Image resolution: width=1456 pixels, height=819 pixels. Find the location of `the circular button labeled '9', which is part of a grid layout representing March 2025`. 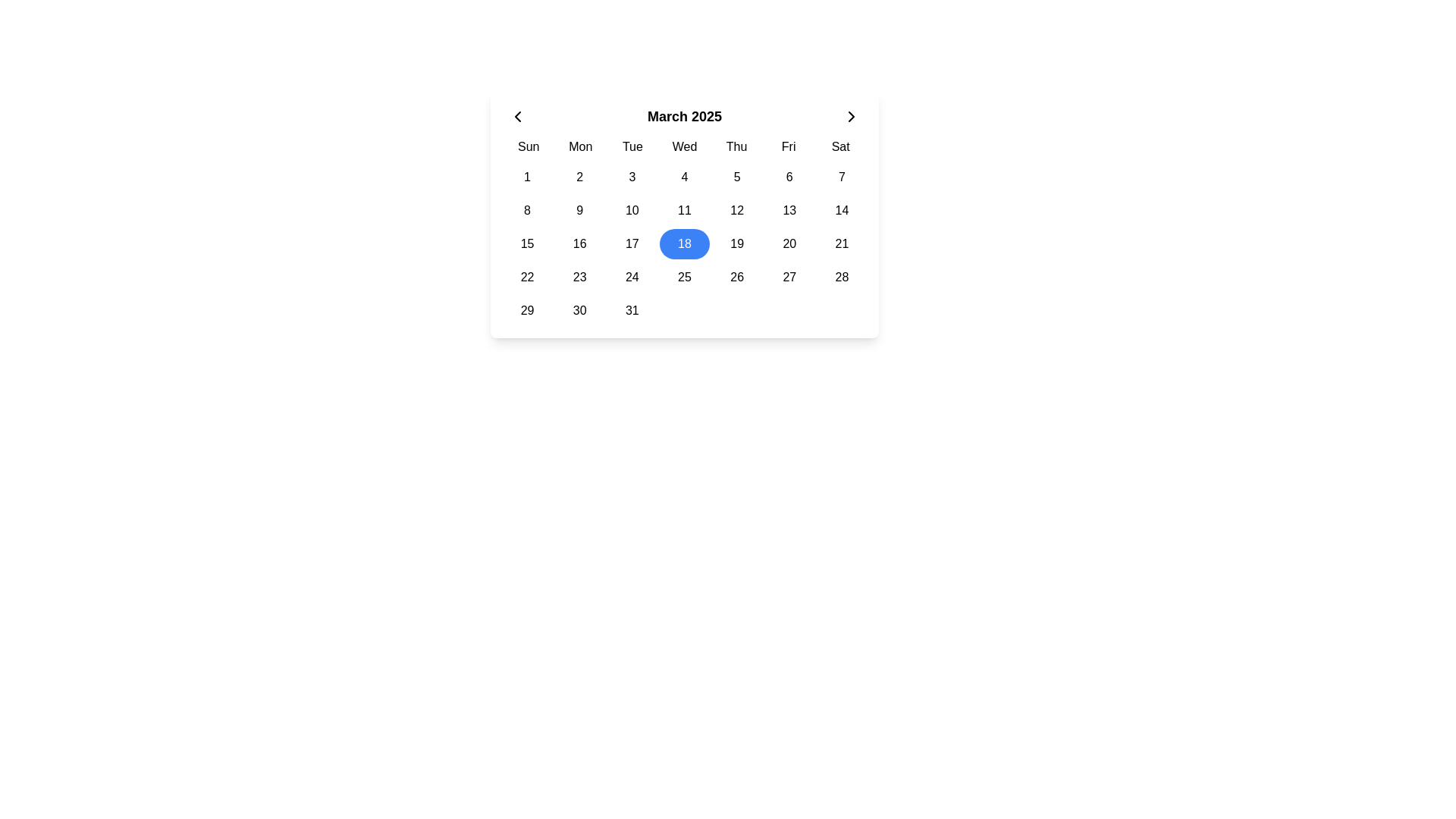

the circular button labeled '9', which is part of a grid layout representing March 2025 is located at coordinates (579, 210).